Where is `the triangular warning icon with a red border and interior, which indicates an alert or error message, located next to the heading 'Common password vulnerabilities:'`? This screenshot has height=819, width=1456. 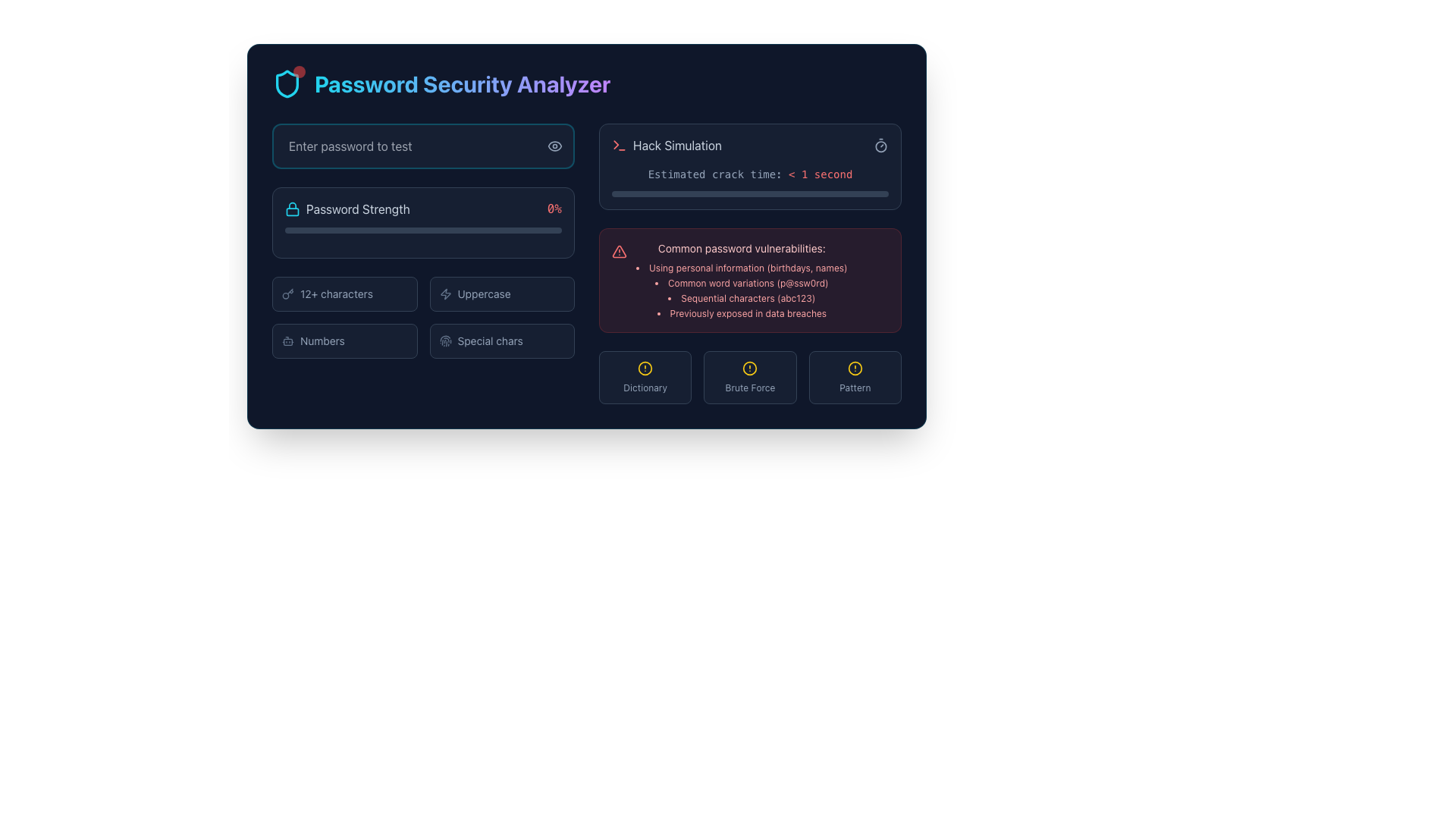
the triangular warning icon with a red border and interior, which indicates an alert or error message, located next to the heading 'Common password vulnerabilities:' is located at coordinates (619, 250).